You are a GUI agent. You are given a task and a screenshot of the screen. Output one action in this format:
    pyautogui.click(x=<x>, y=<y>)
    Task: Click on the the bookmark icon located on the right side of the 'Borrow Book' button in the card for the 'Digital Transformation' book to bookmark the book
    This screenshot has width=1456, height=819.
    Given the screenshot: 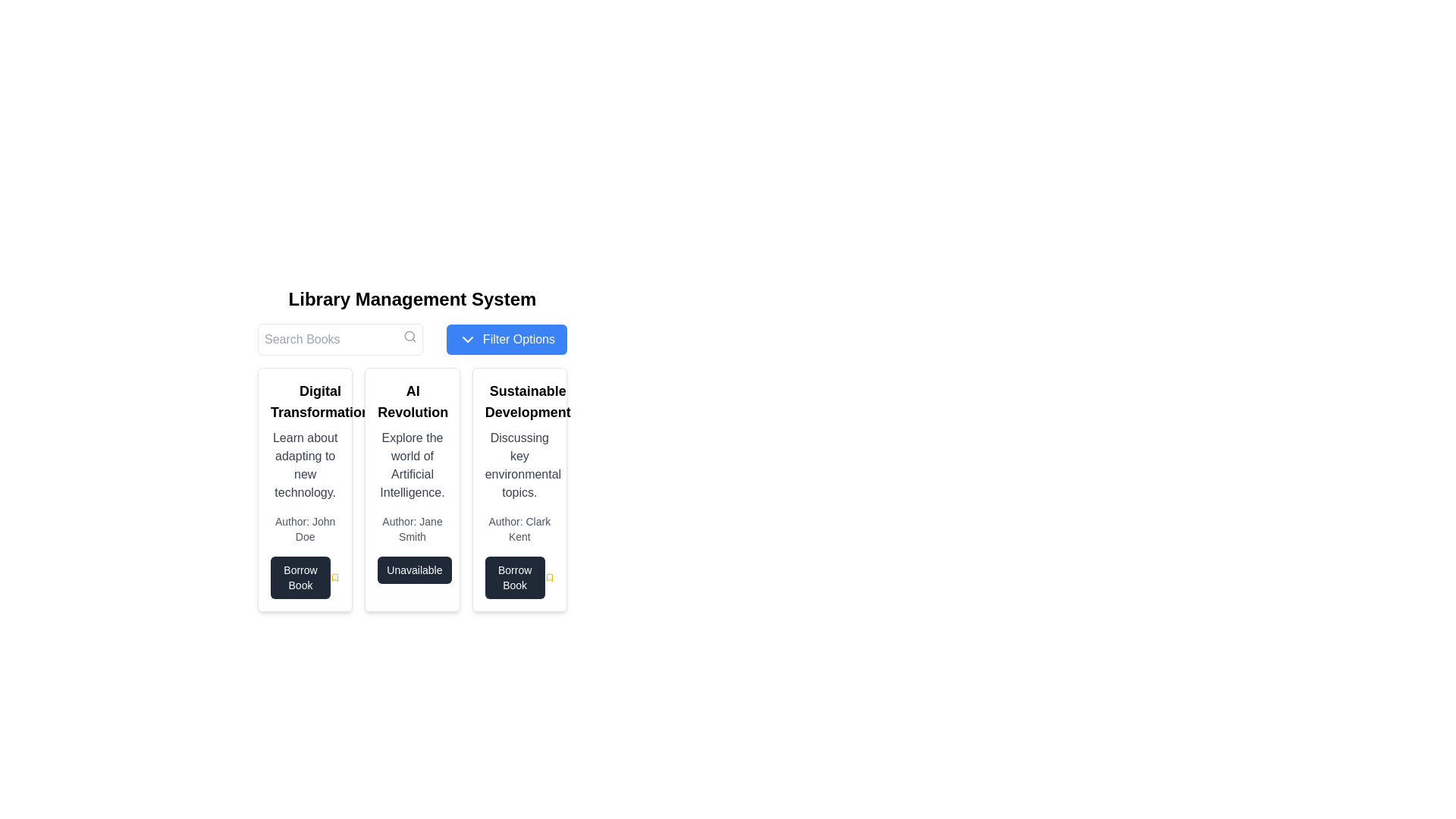 What is the action you would take?
    pyautogui.click(x=334, y=578)
    